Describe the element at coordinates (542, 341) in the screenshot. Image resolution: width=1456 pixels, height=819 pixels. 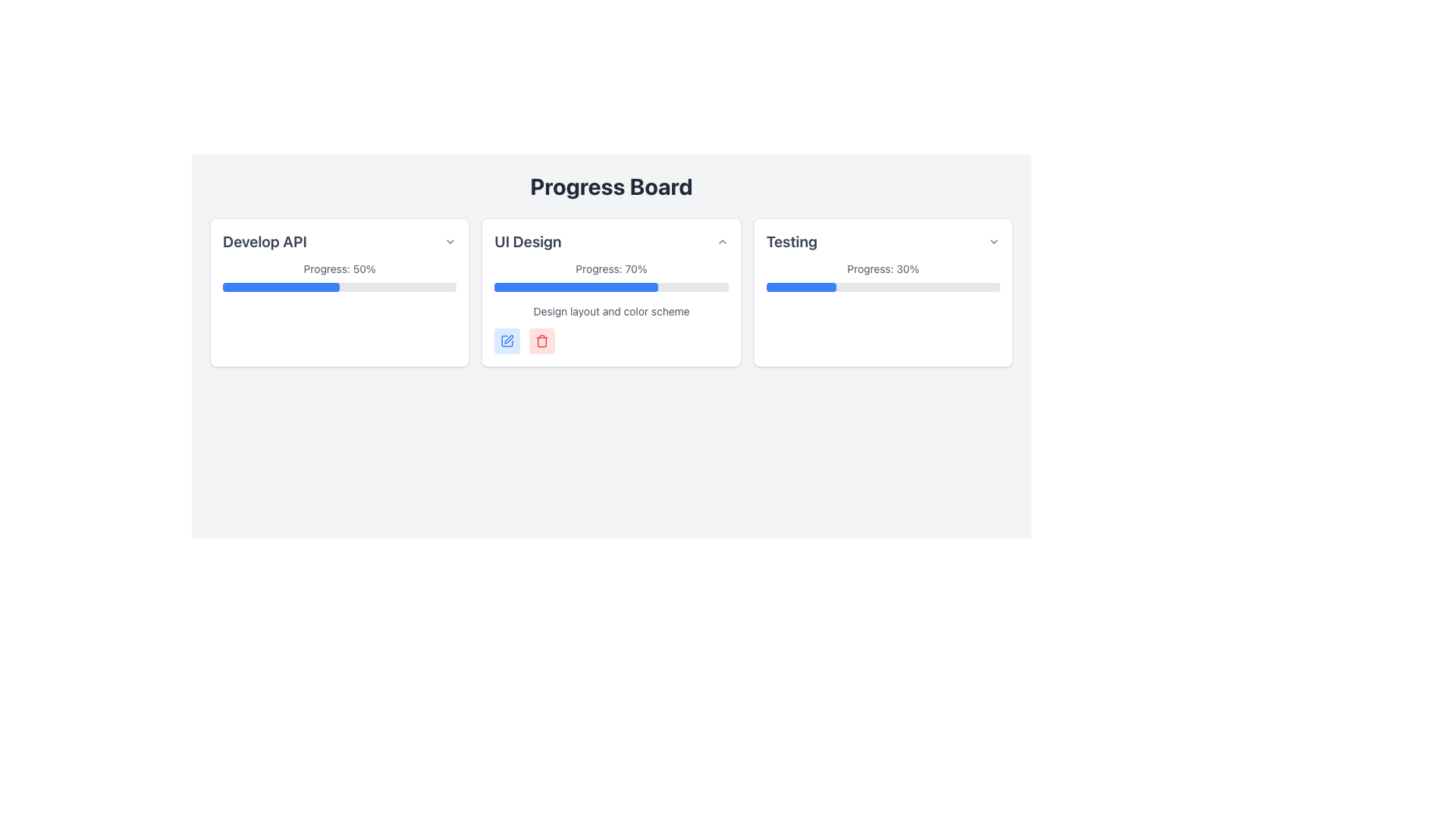
I see `the red trash bin icon button located within the 'UI Design' progress card` at that location.